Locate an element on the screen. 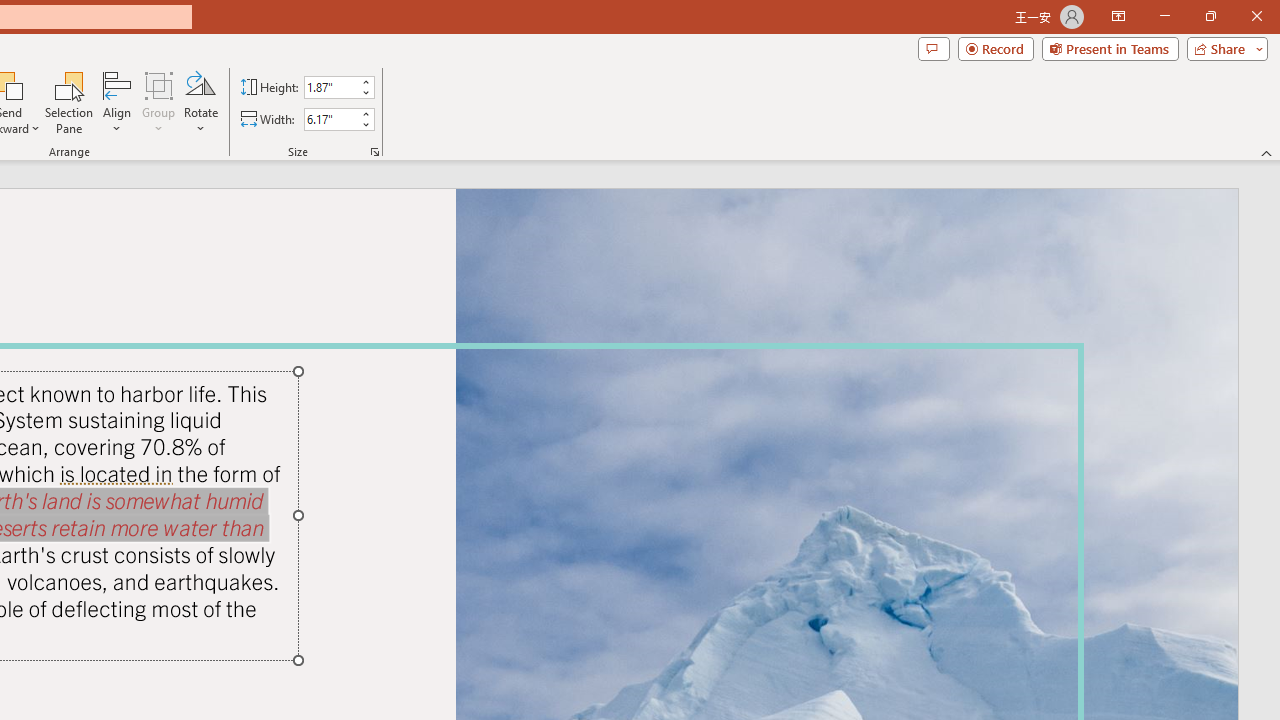  'Selection Pane...' is located at coordinates (69, 103).